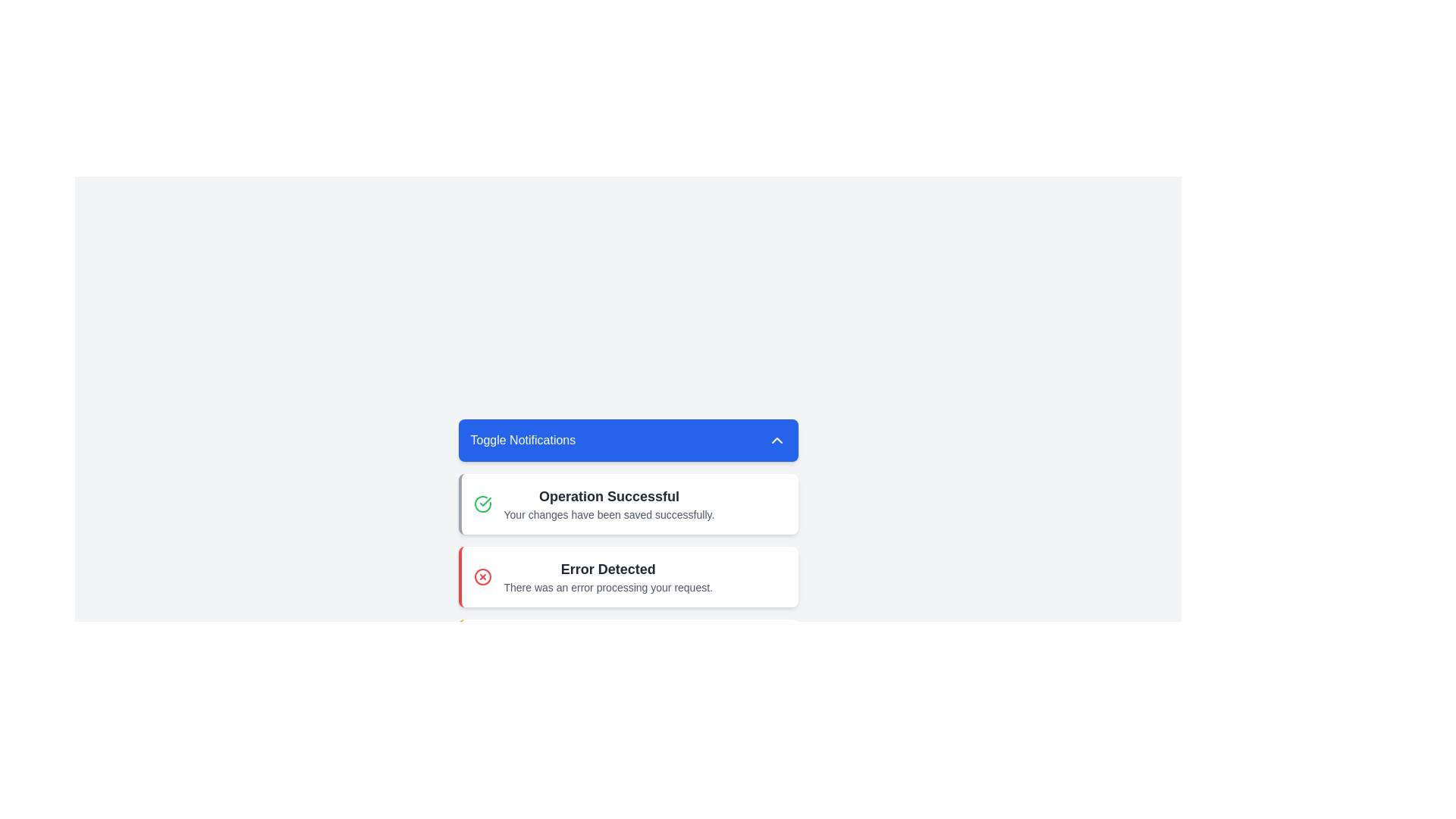  I want to click on the green circular outline vector graphic element within the 'Operation Successful' notification card, indicating a progress or status icon, so click(482, 504).